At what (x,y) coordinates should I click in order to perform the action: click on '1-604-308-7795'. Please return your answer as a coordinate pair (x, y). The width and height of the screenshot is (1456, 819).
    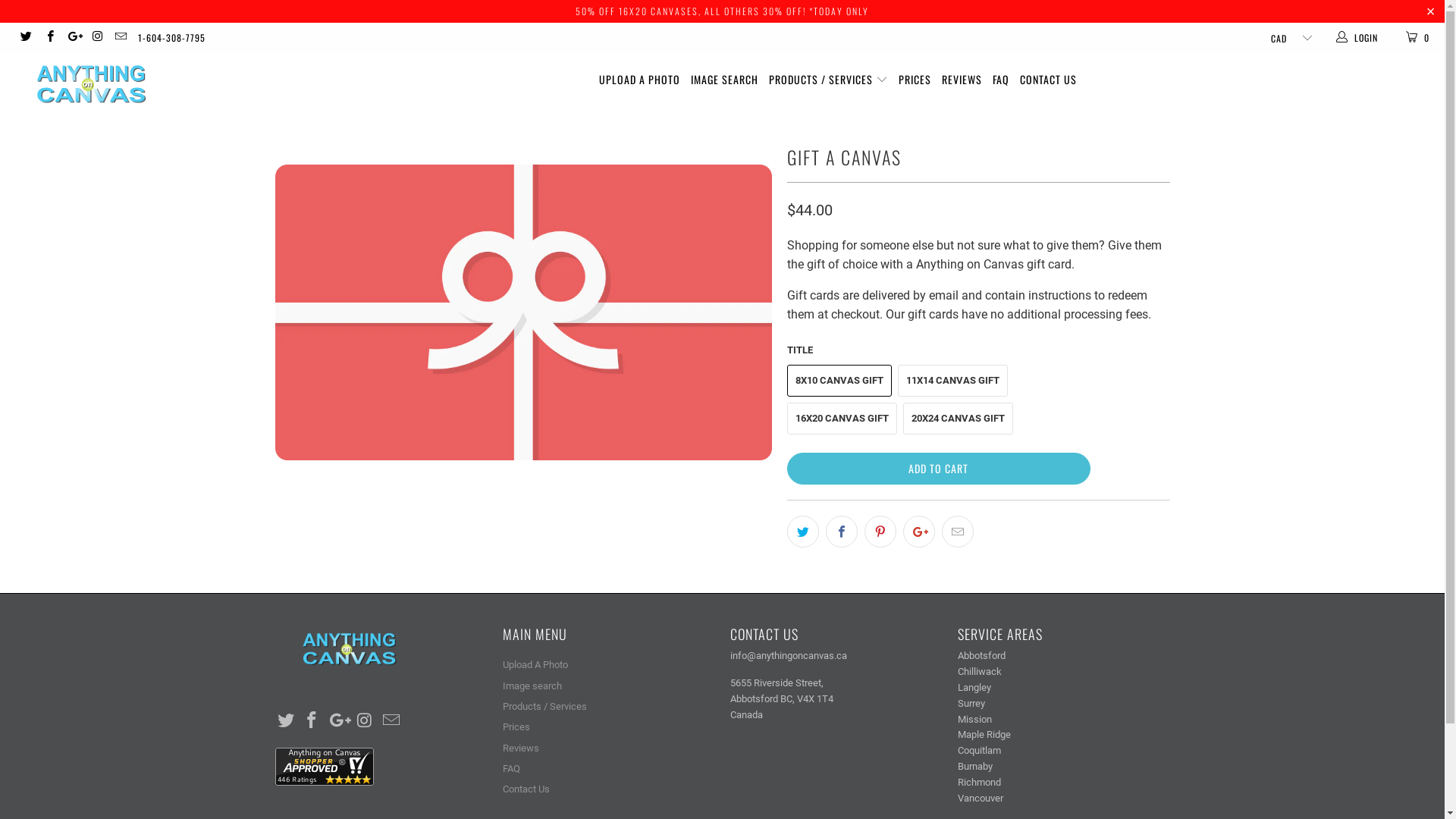
    Looking at the image, I should click on (171, 37).